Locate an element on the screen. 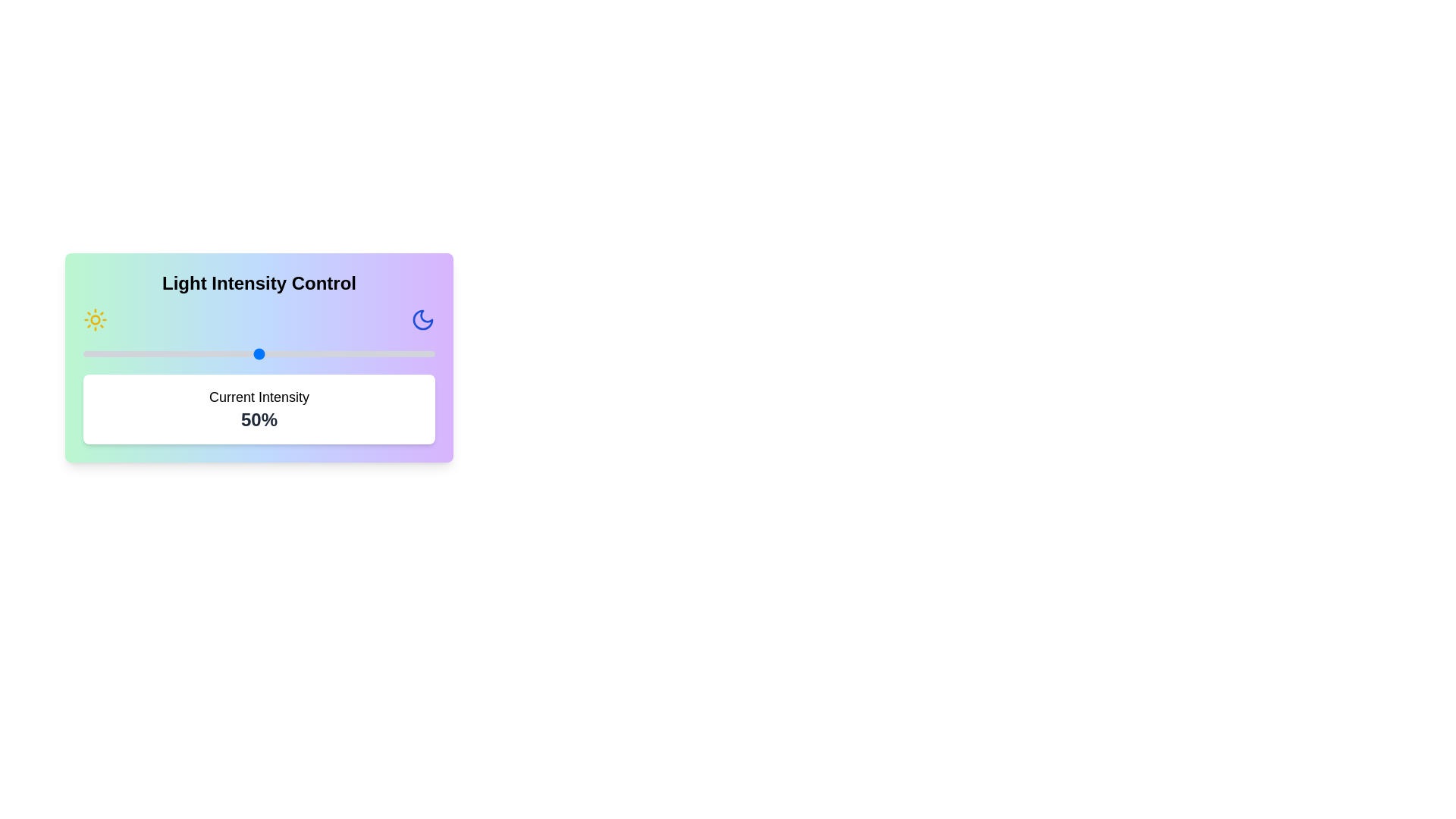  the light intensity is located at coordinates (256, 353).